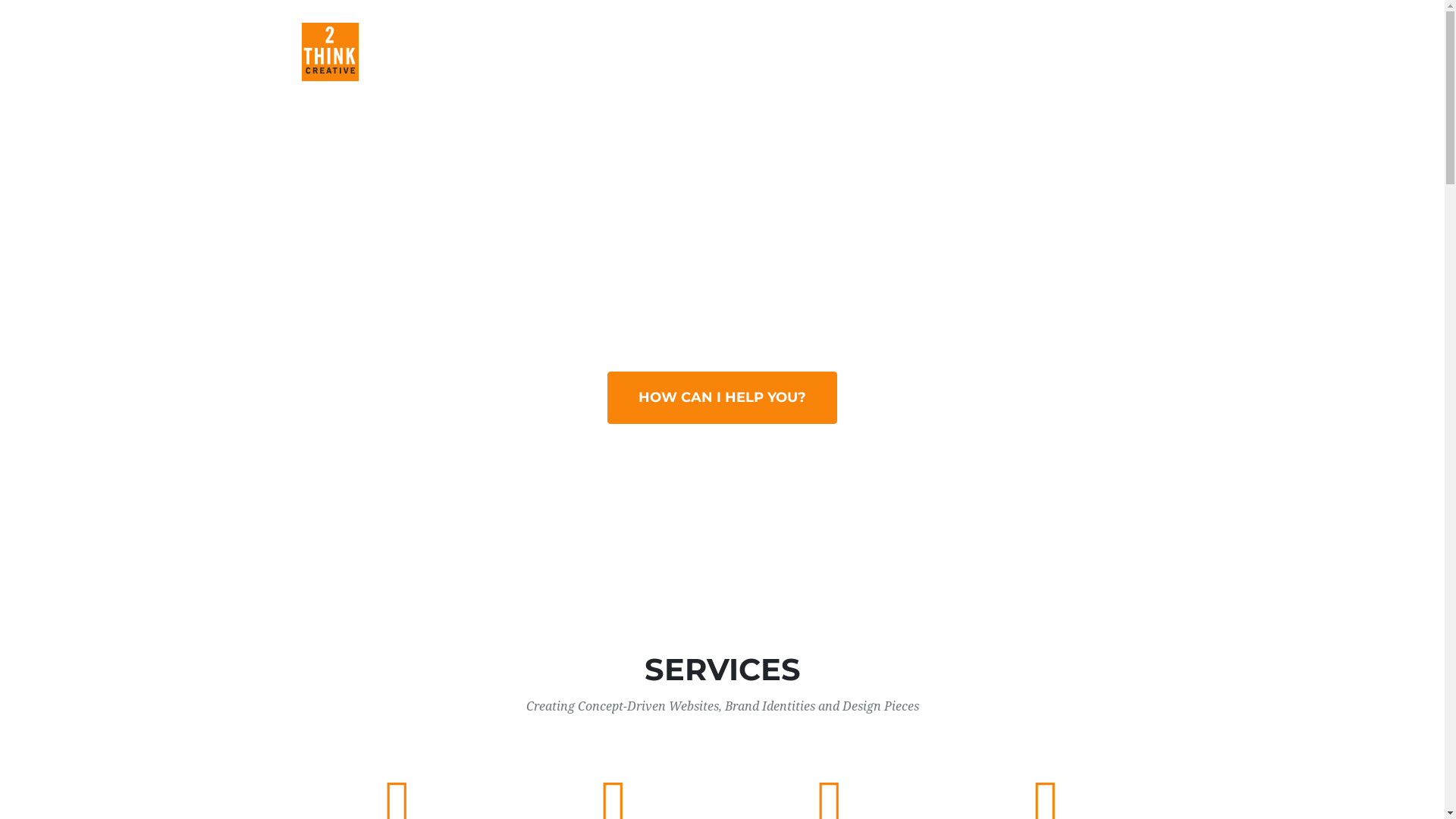  I want to click on 'CONTACT', so click(1062, 51).